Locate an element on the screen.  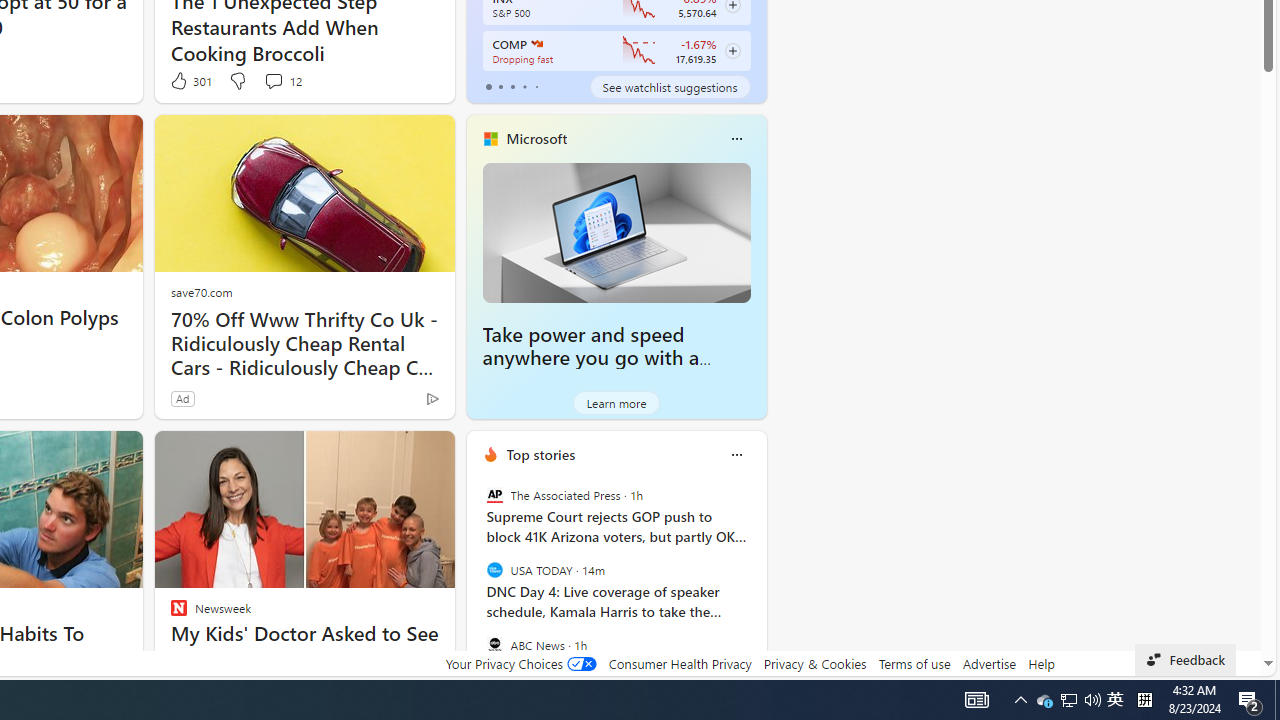
'View comments 12 Comment' is located at coordinates (281, 80).